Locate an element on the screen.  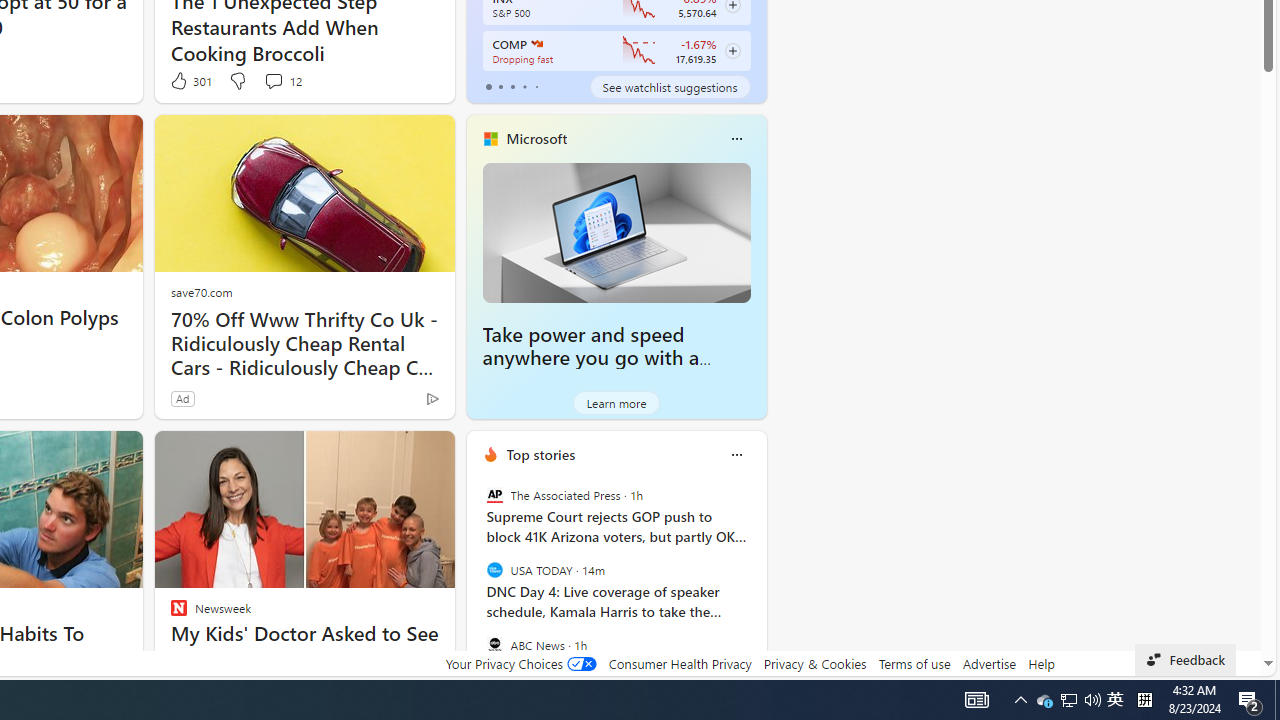
'View comments 12 Comment' is located at coordinates (281, 80).